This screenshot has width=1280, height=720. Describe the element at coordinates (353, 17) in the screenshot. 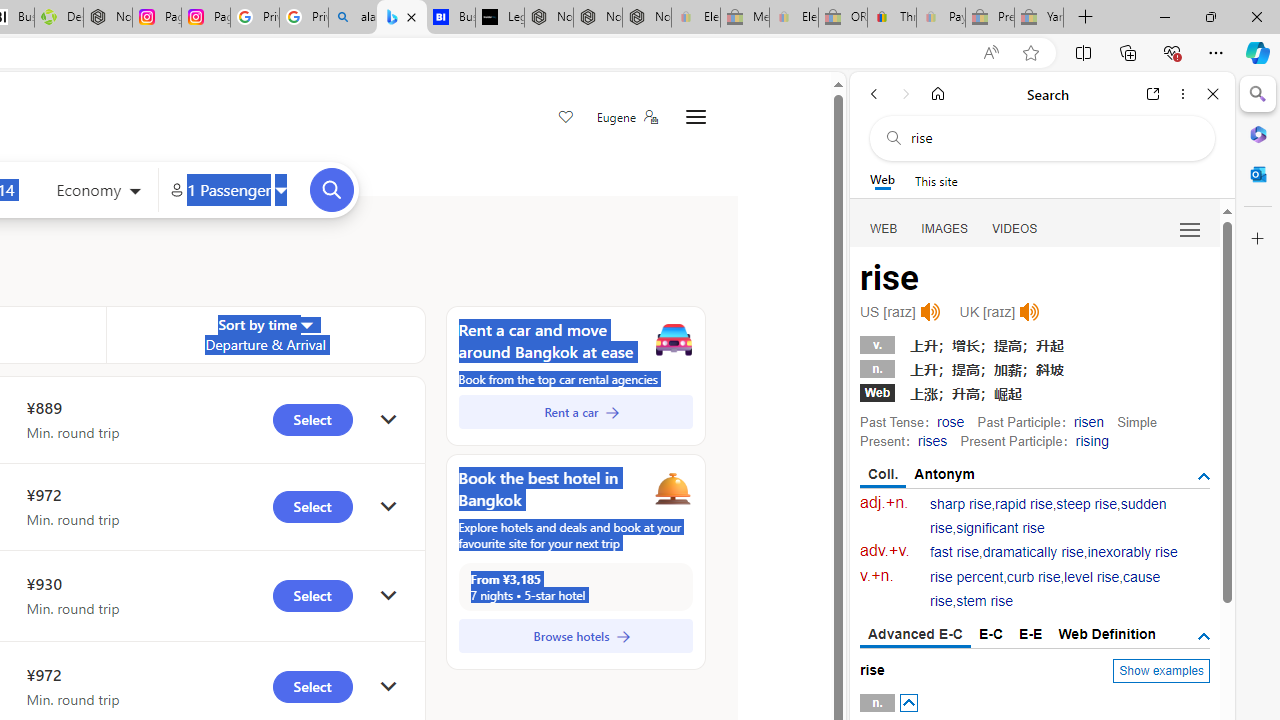

I see `'alabama high school quarterback dies - Search'` at that location.